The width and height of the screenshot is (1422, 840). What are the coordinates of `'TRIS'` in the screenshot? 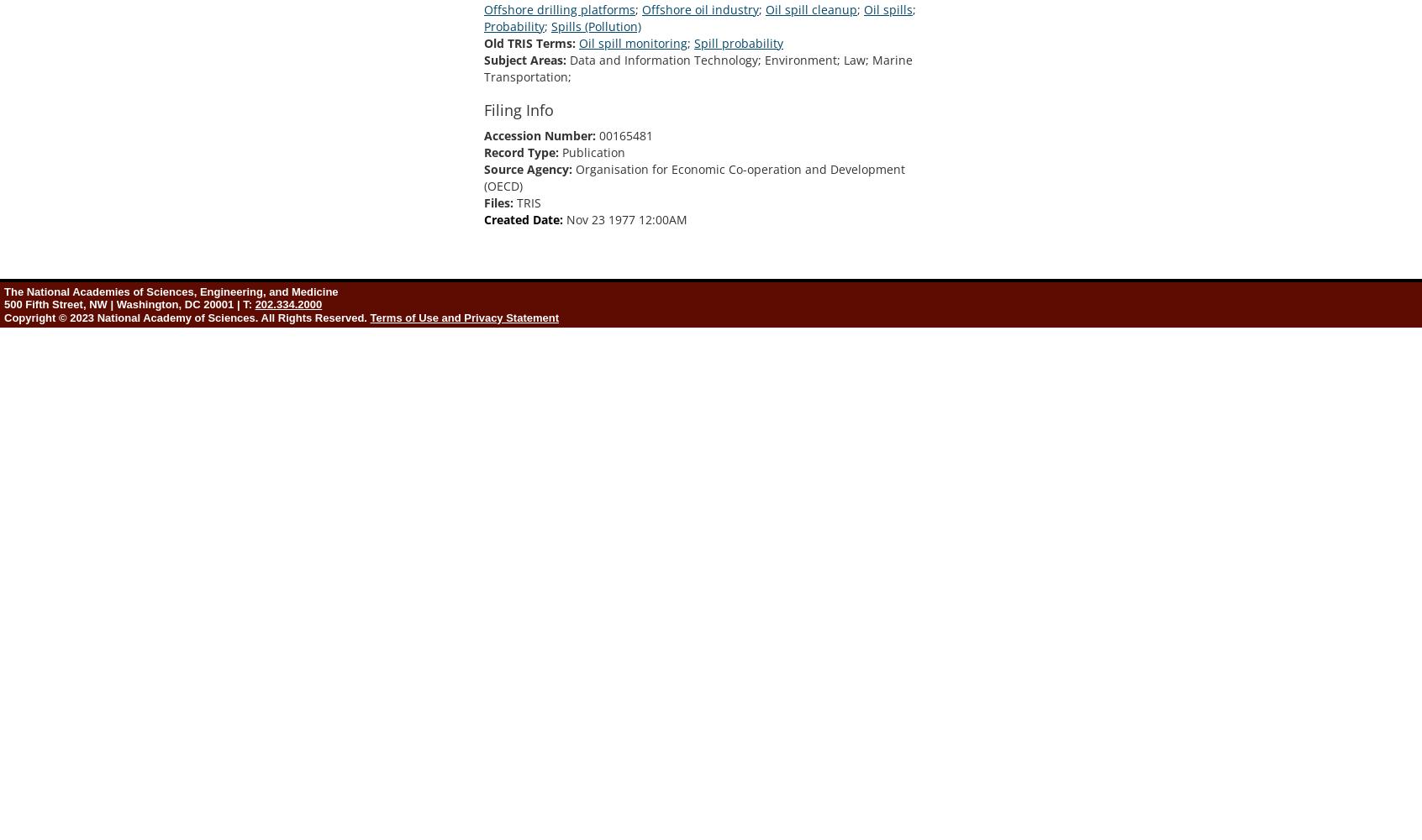 It's located at (516, 201).